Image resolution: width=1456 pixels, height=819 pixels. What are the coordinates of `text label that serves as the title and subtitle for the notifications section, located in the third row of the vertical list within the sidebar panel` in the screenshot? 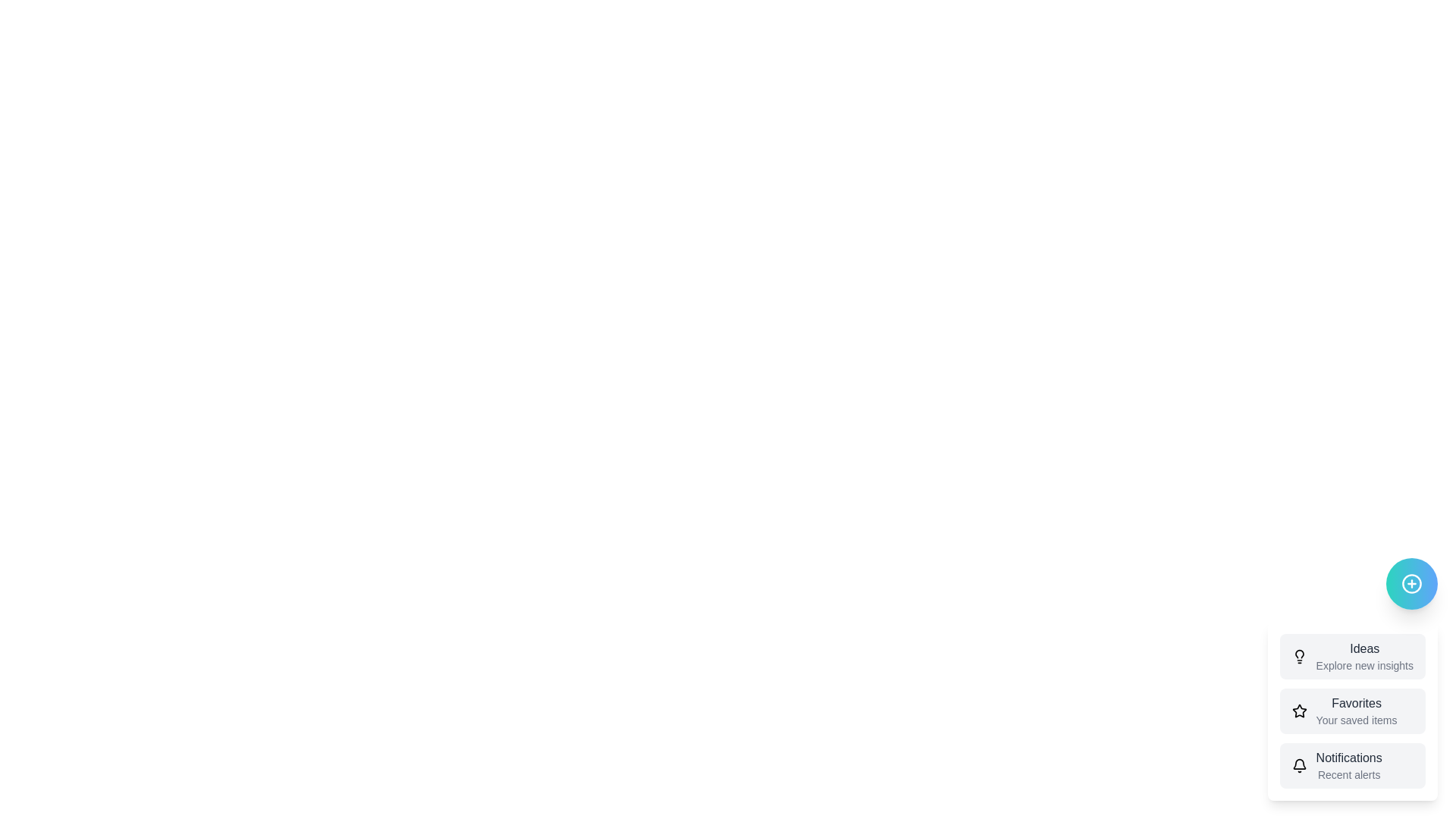 It's located at (1349, 766).